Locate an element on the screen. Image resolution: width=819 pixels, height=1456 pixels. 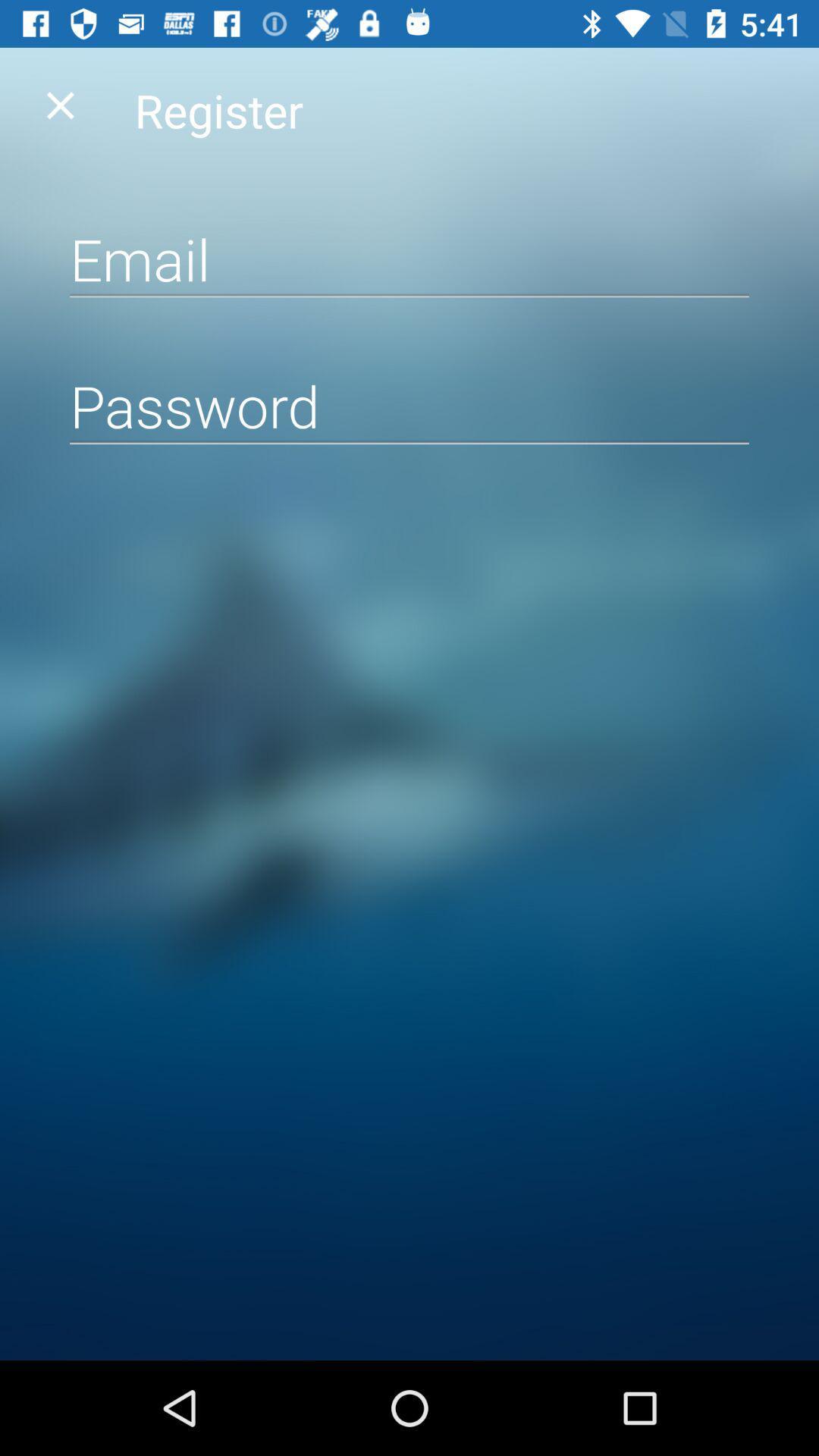
email address is located at coordinates (409, 259).